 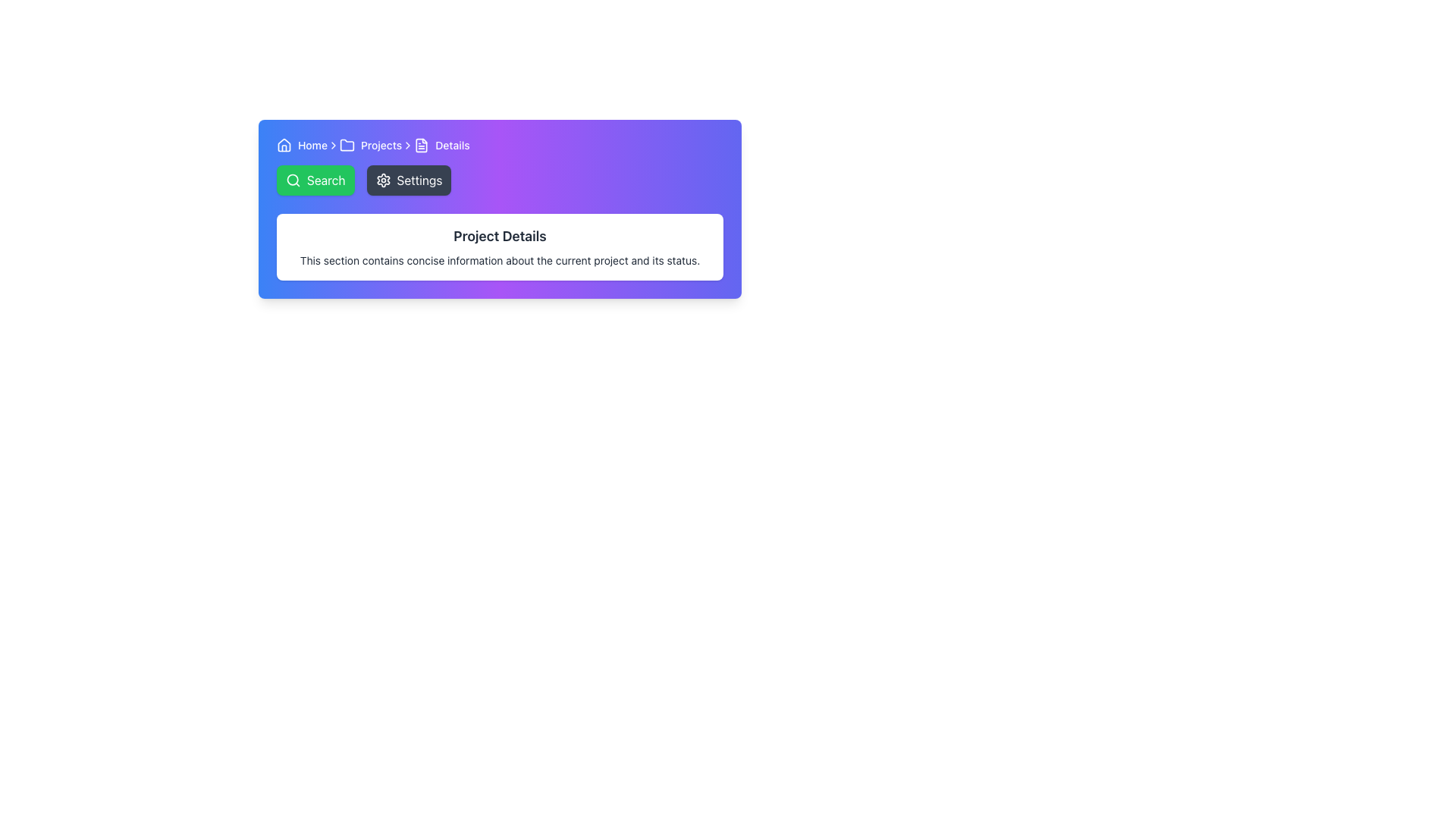 What do you see at coordinates (381, 146) in the screenshot?
I see `the 'Projects' text label, which is styled in white against a vibrant purple background` at bounding box center [381, 146].